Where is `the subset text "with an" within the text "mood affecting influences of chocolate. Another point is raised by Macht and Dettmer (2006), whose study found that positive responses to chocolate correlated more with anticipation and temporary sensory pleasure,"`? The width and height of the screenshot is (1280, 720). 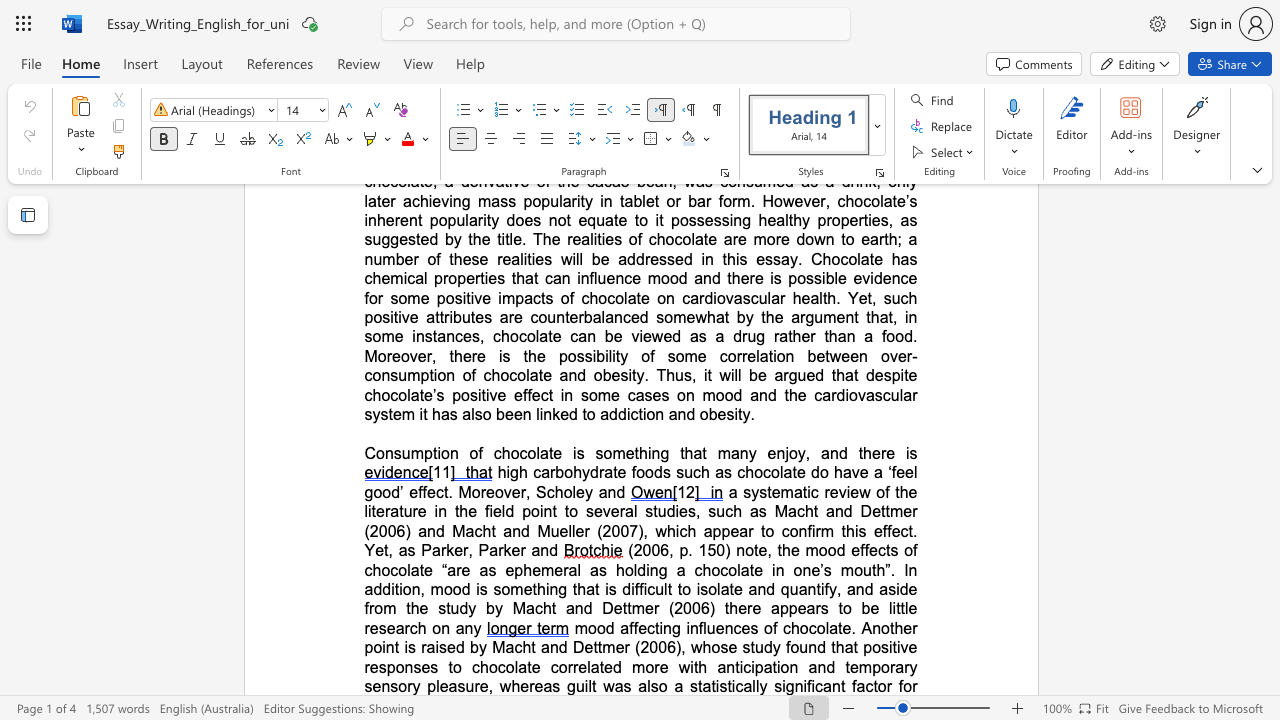
the subset text "with an" within the text "mood affecting influences of chocolate. Another point is raised by Macht and Dettmer (2006), whose study found that positive responses to chocolate correlated more with anticipation and temporary sensory pleasure," is located at coordinates (678, 667).